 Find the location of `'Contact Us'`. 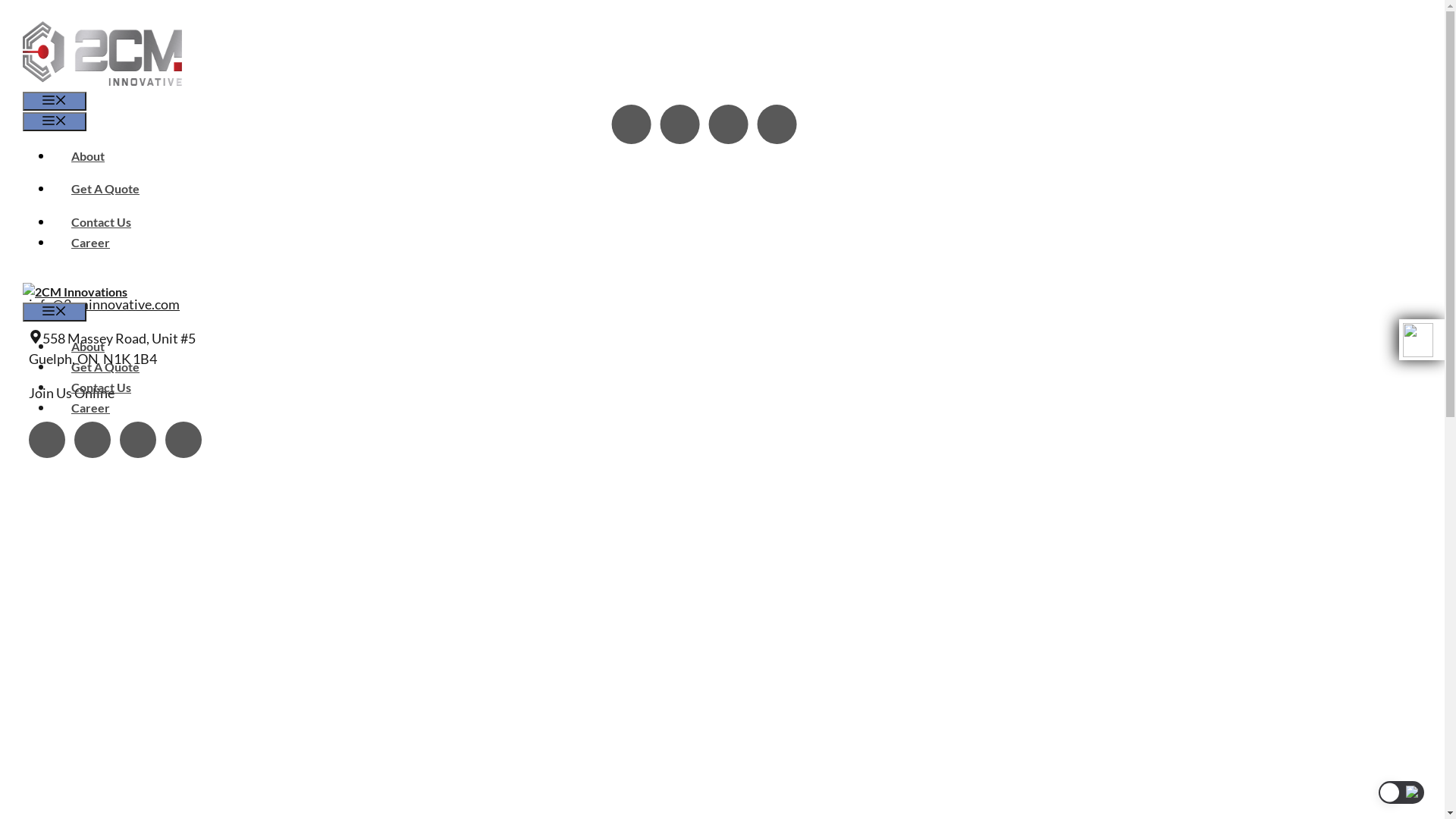

'Contact Us' is located at coordinates (100, 386).